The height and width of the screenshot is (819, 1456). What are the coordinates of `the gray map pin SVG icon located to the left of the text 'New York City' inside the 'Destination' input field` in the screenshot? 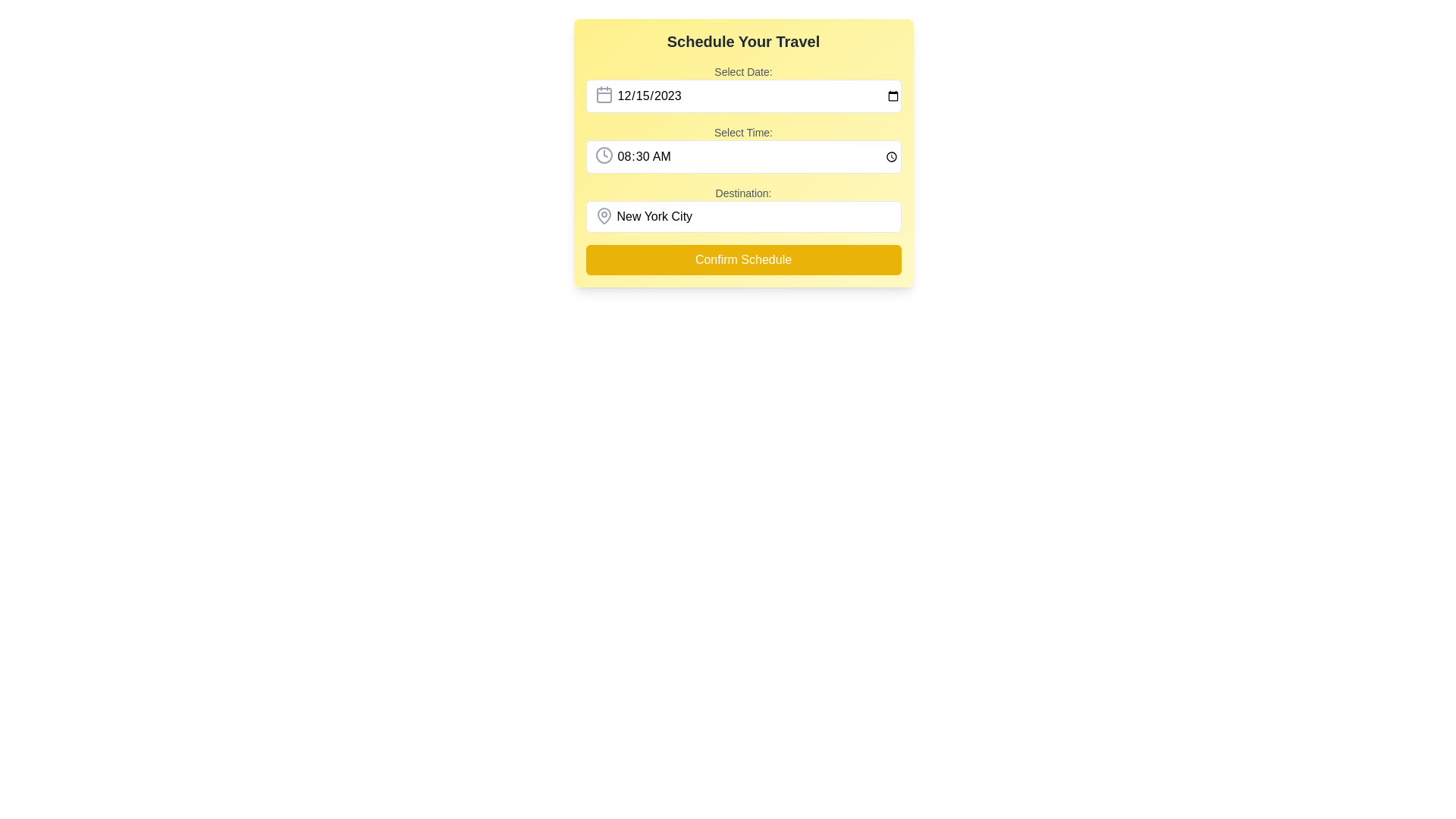 It's located at (603, 216).